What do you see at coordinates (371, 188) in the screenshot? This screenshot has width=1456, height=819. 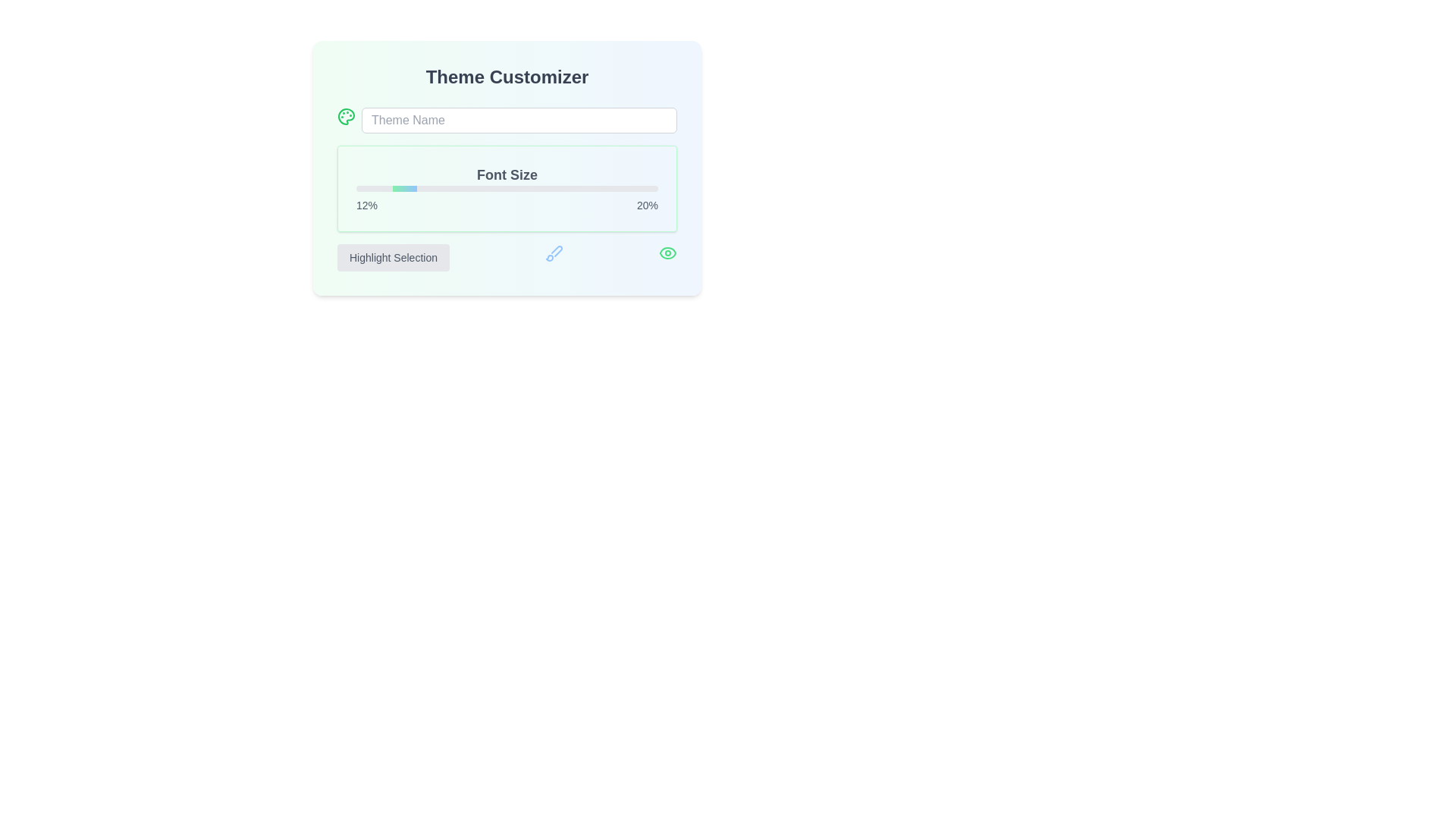 I see `the font size` at bounding box center [371, 188].